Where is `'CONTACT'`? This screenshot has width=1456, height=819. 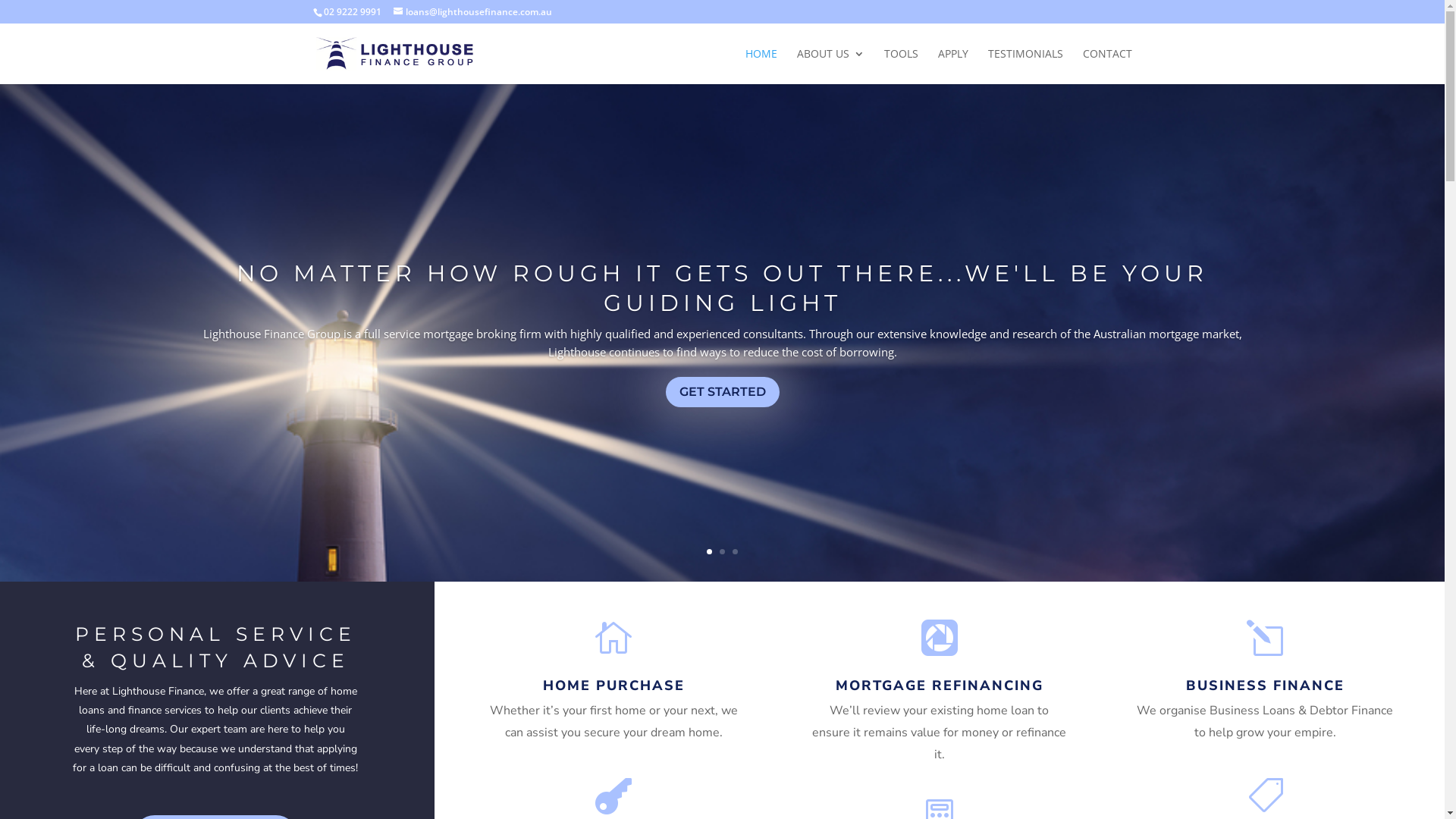 'CONTACT' is located at coordinates (1082, 65).